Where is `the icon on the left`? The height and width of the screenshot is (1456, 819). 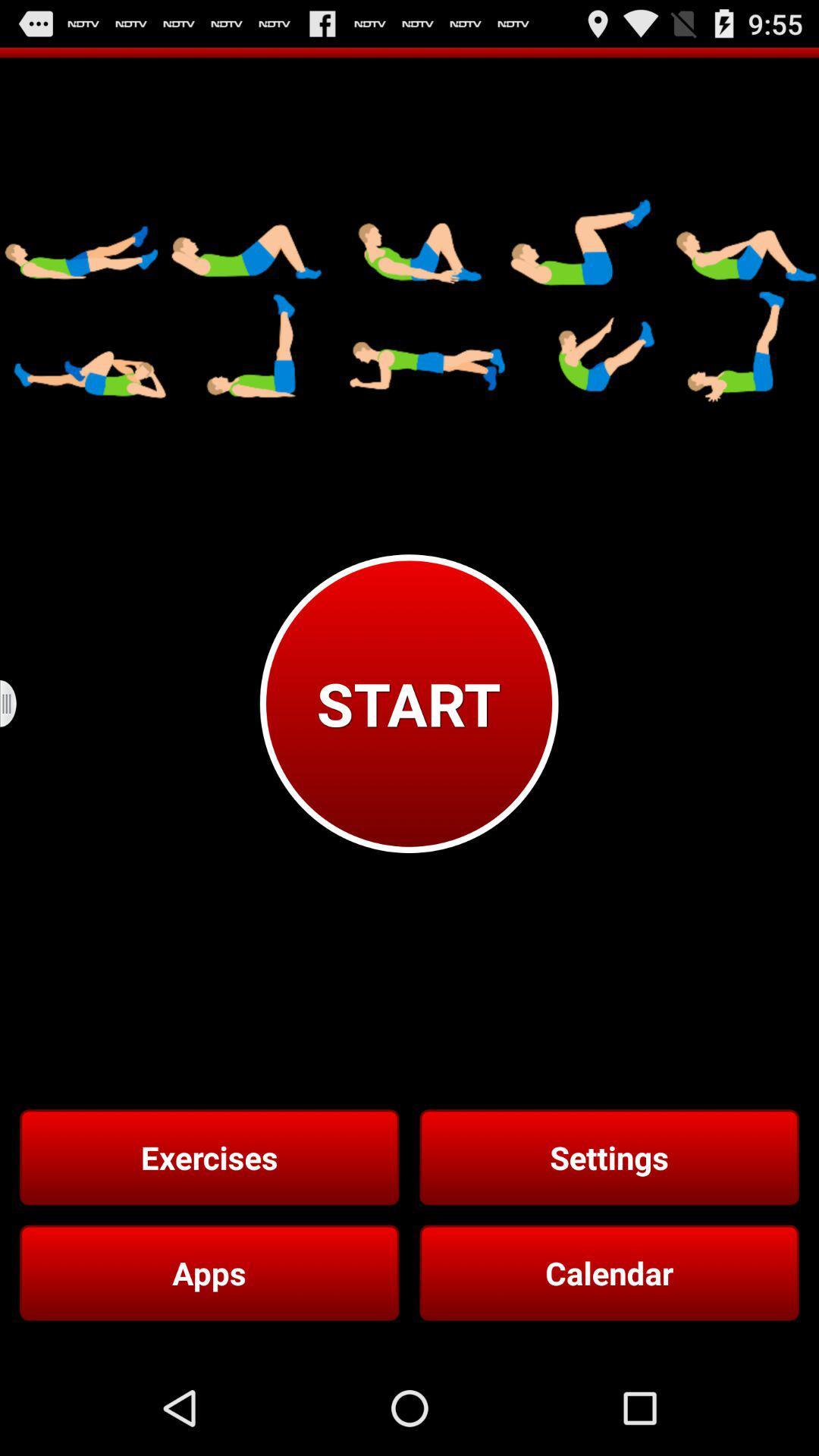 the icon on the left is located at coordinates (17, 703).